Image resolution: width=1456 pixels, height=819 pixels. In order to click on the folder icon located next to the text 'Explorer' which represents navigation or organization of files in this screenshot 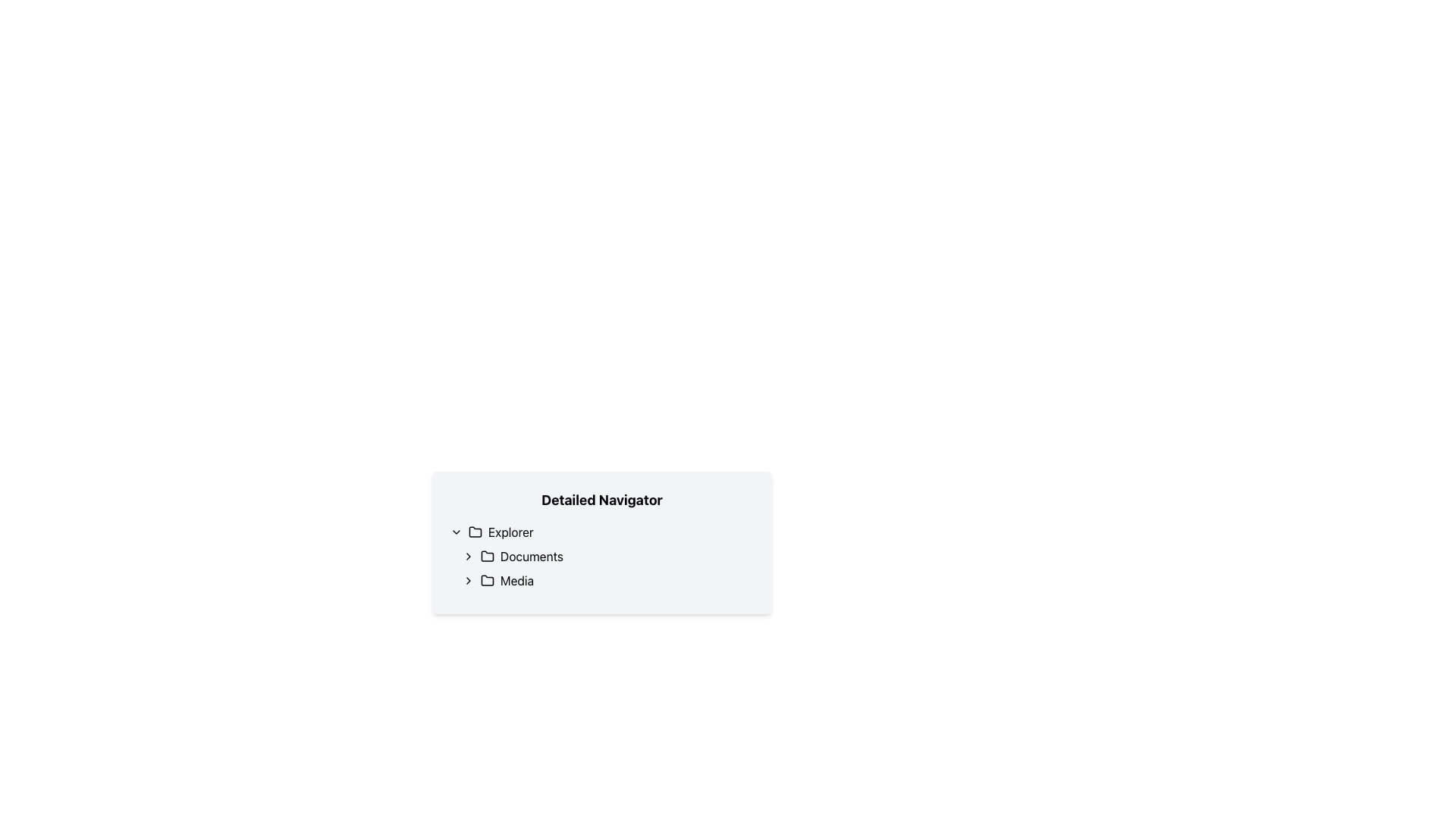, I will do `click(475, 532)`.